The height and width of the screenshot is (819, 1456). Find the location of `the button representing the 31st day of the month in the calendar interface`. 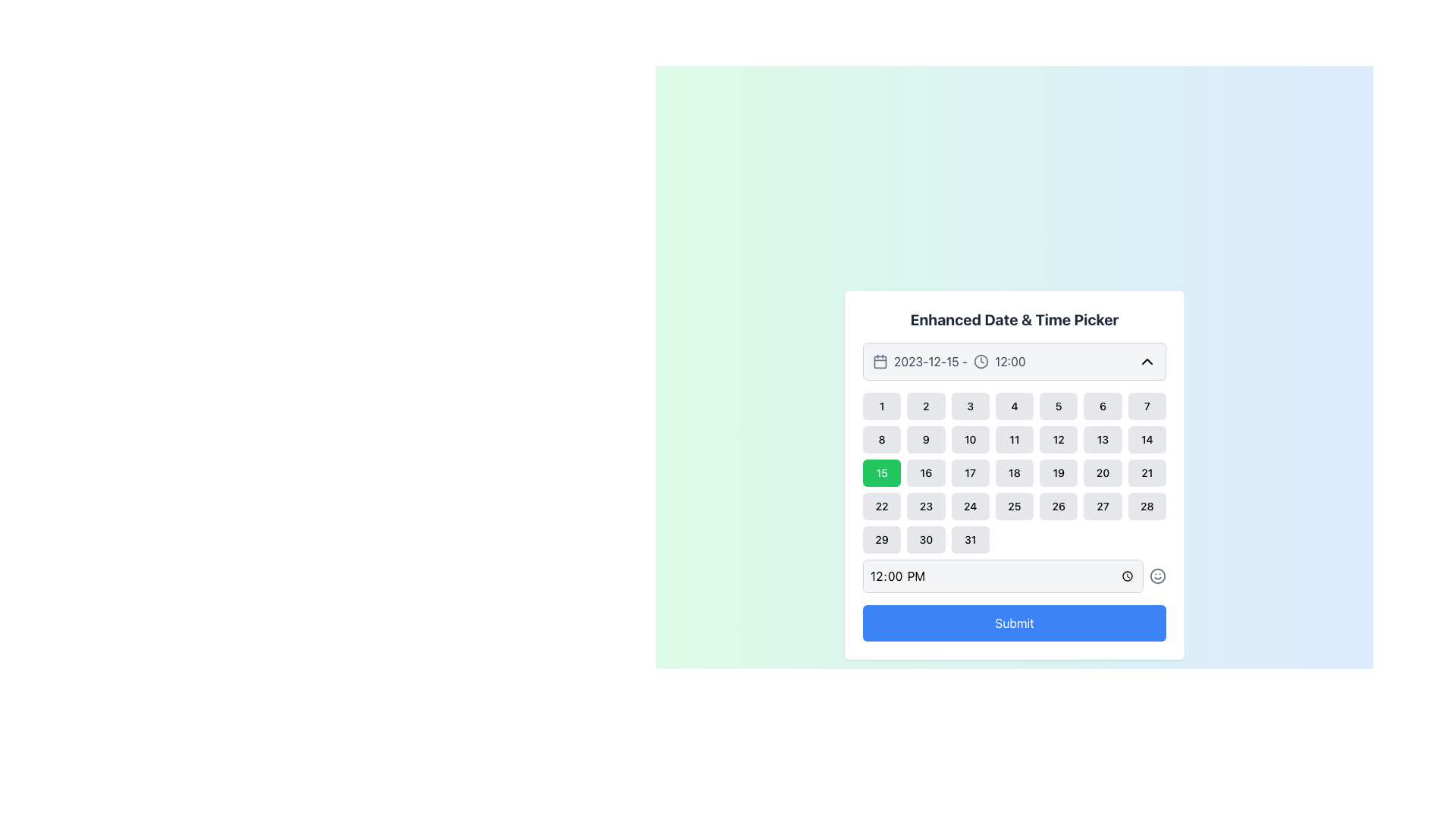

the button representing the 31st day of the month in the calendar interface is located at coordinates (969, 539).